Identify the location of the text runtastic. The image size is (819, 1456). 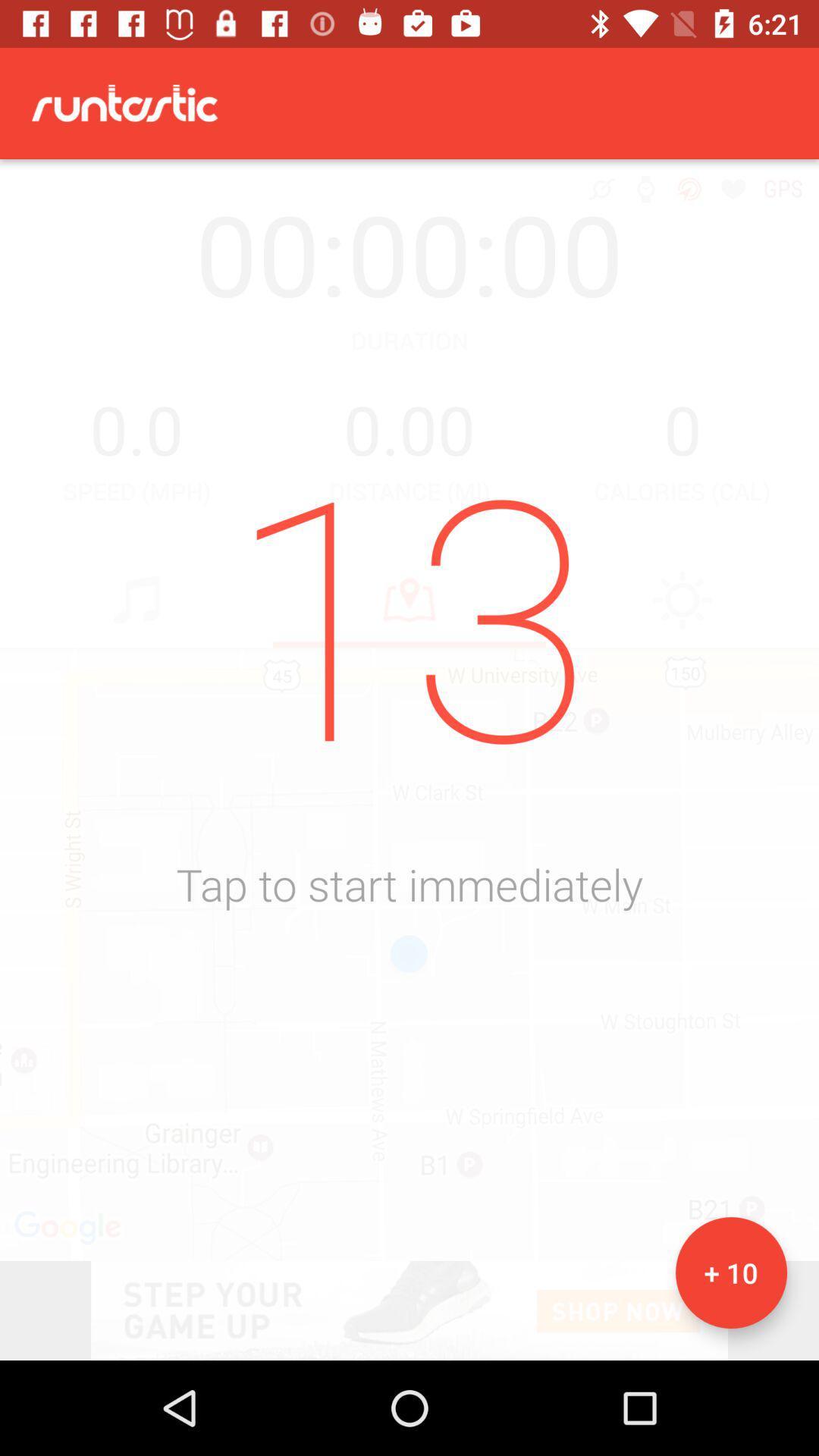
(124, 102).